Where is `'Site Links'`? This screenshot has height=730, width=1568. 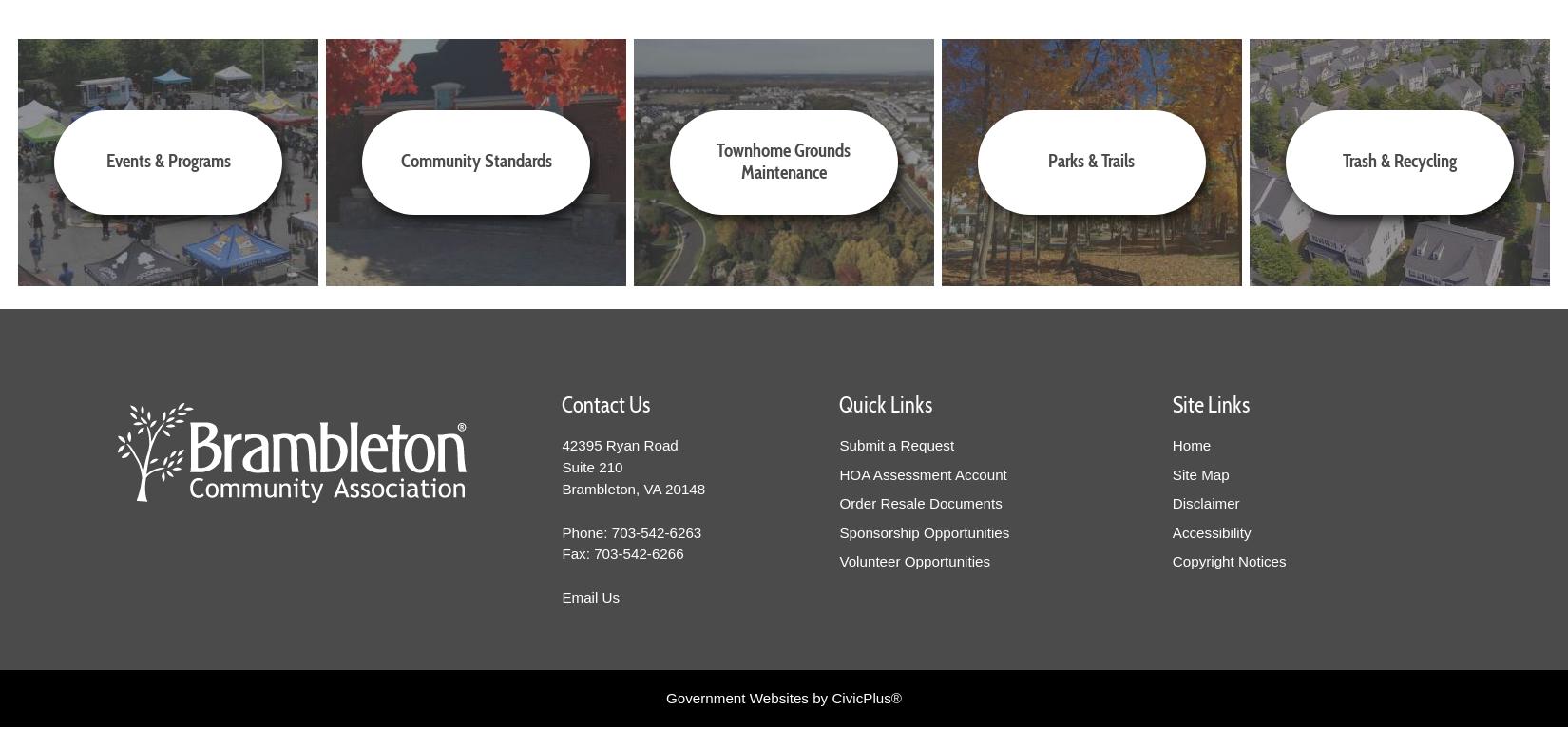
'Site Links' is located at coordinates (1209, 405).